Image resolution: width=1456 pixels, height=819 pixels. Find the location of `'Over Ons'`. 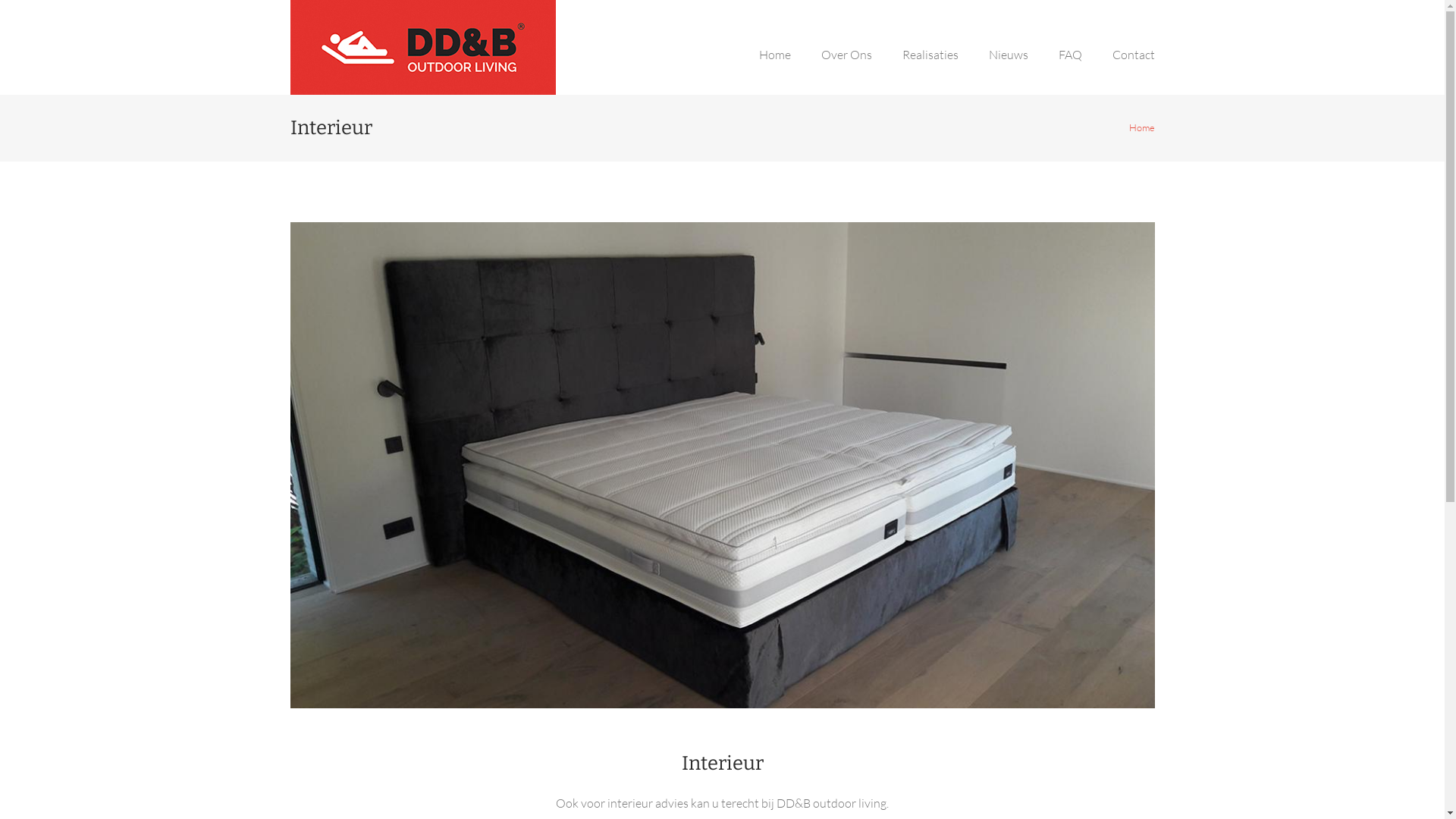

'Over Ons' is located at coordinates (845, 71).